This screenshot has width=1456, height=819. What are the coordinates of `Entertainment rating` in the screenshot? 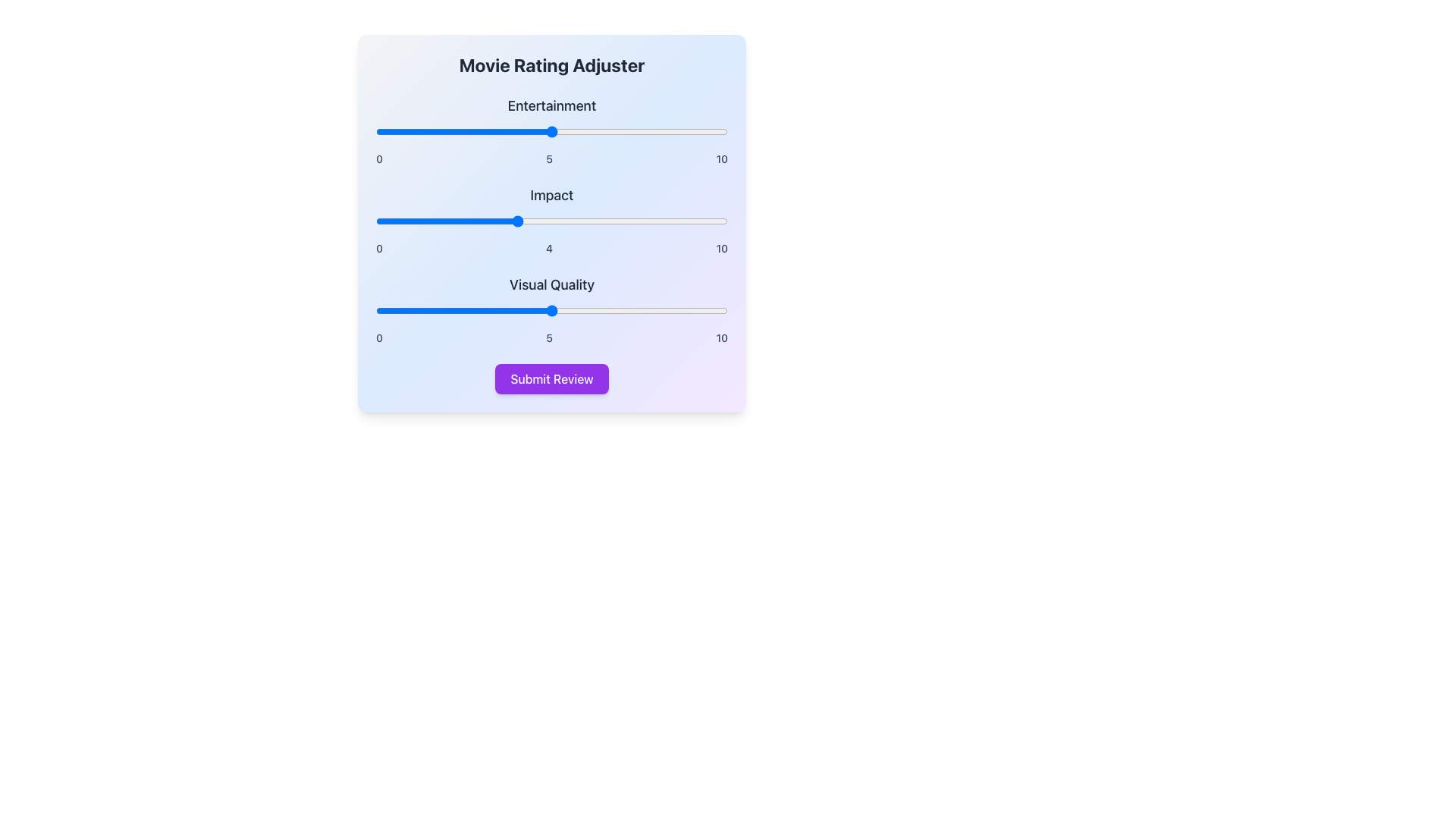 It's located at (692, 130).